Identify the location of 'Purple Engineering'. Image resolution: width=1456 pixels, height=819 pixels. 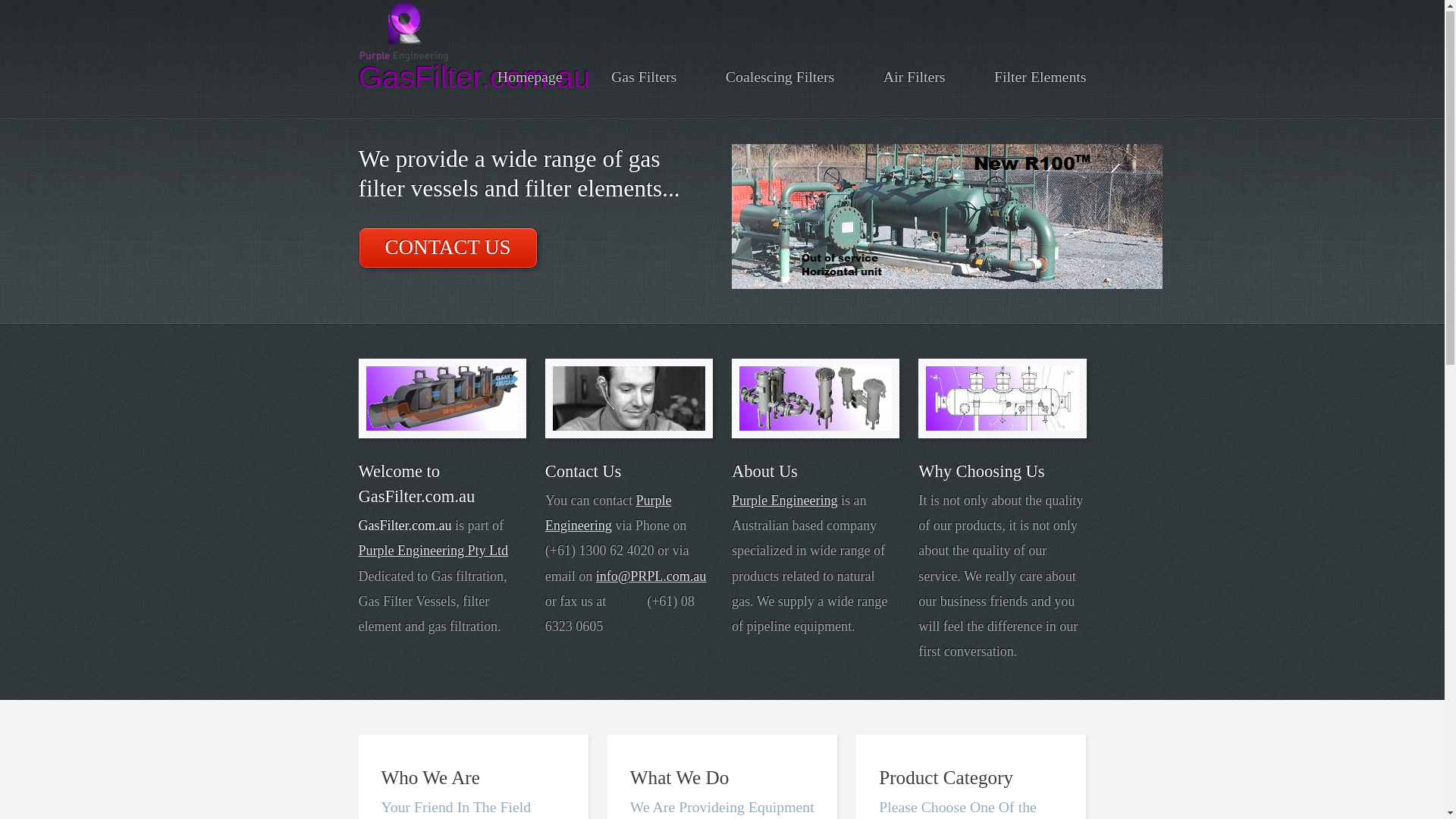
(784, 500).